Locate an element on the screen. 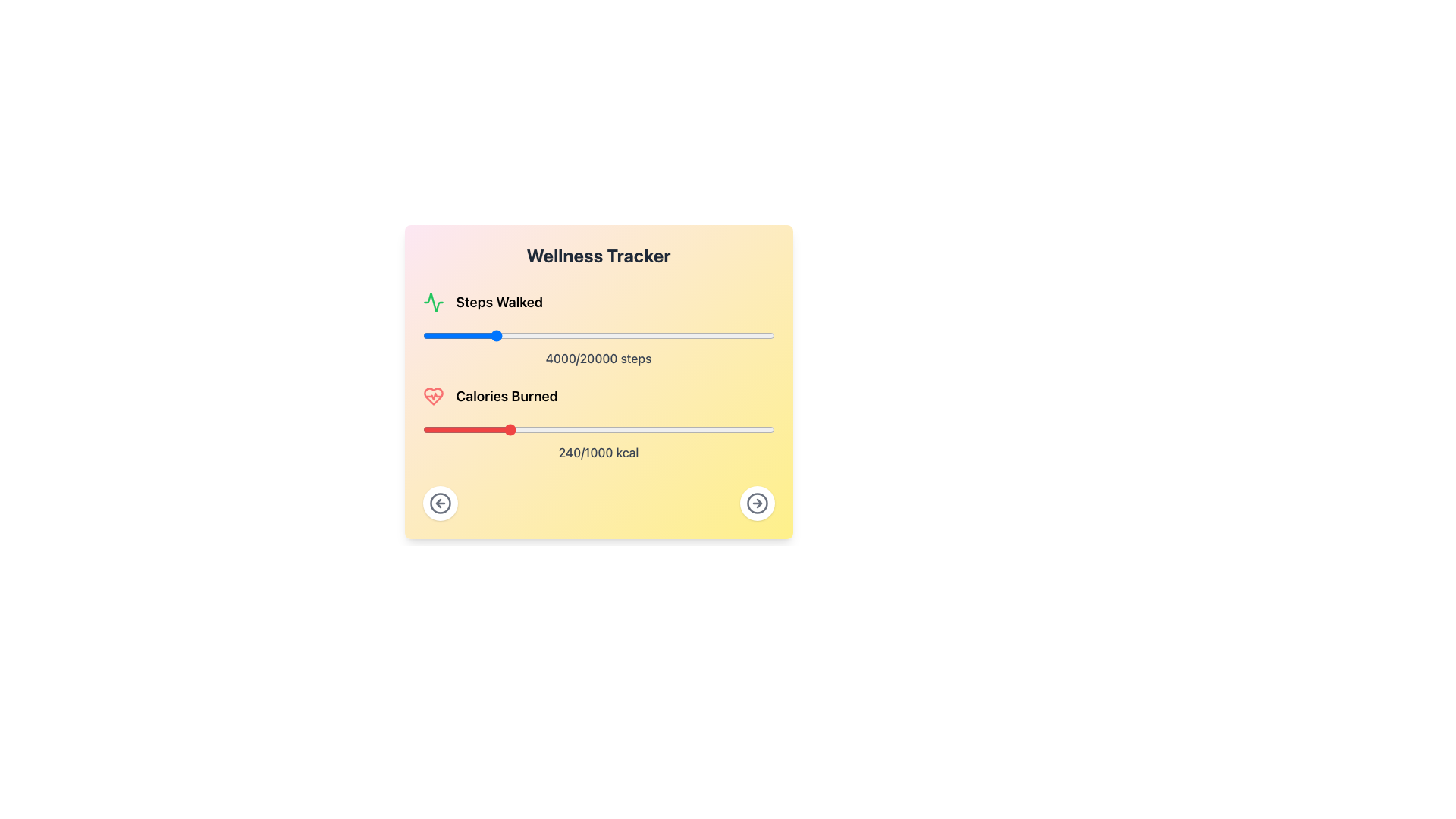 This screenshot has width=1456, height=819. the text label reading 'Steps Walked', which is styled with a bold font and positioned within a widget with a pale background, located near the top portion of the widget and aligned horizontally with a green waveform icon is located at coordinates (499, 302).